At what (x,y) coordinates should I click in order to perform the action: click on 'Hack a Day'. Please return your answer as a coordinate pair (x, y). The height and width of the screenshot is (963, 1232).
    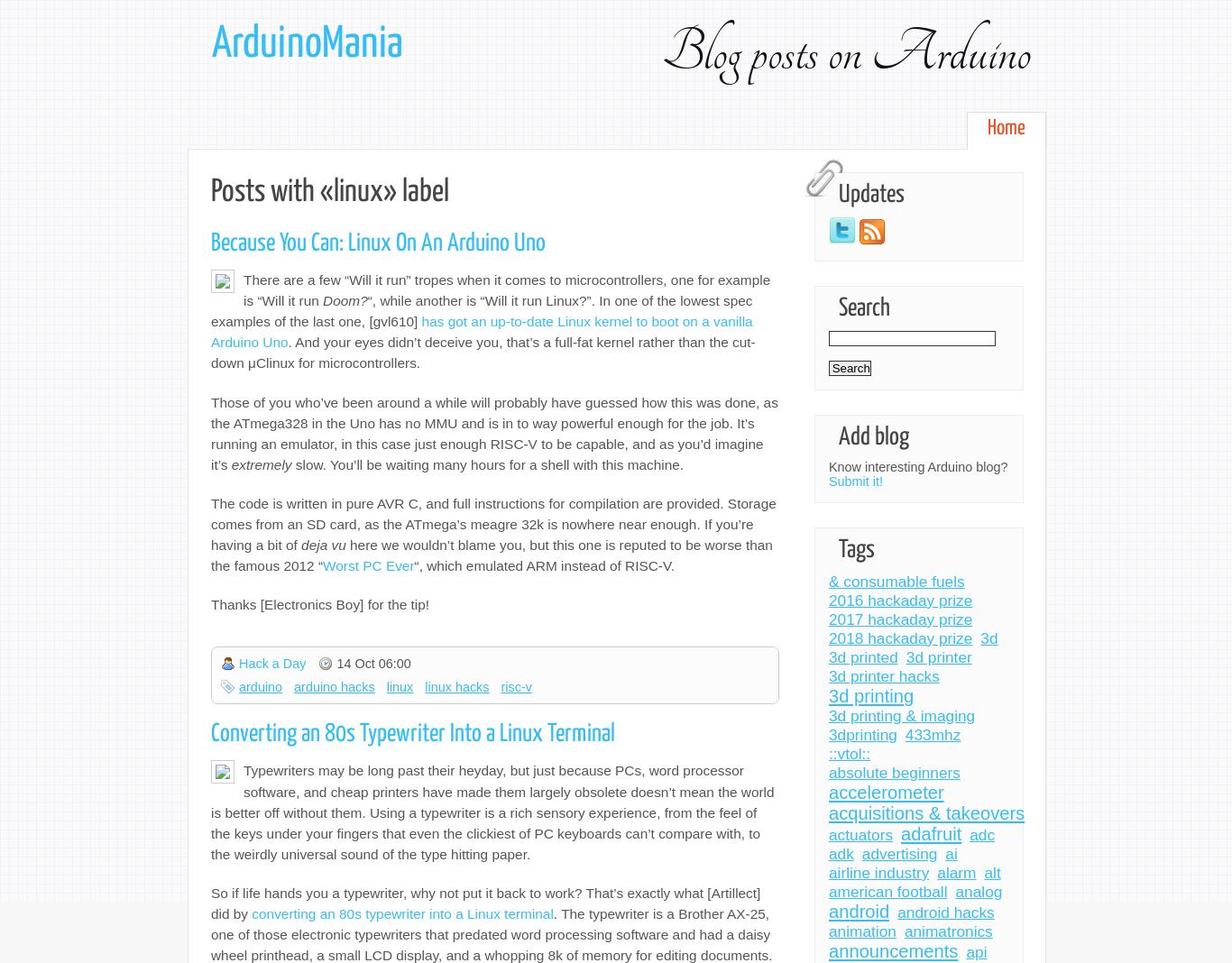
    Looking at the image, I should click on (239, 663).